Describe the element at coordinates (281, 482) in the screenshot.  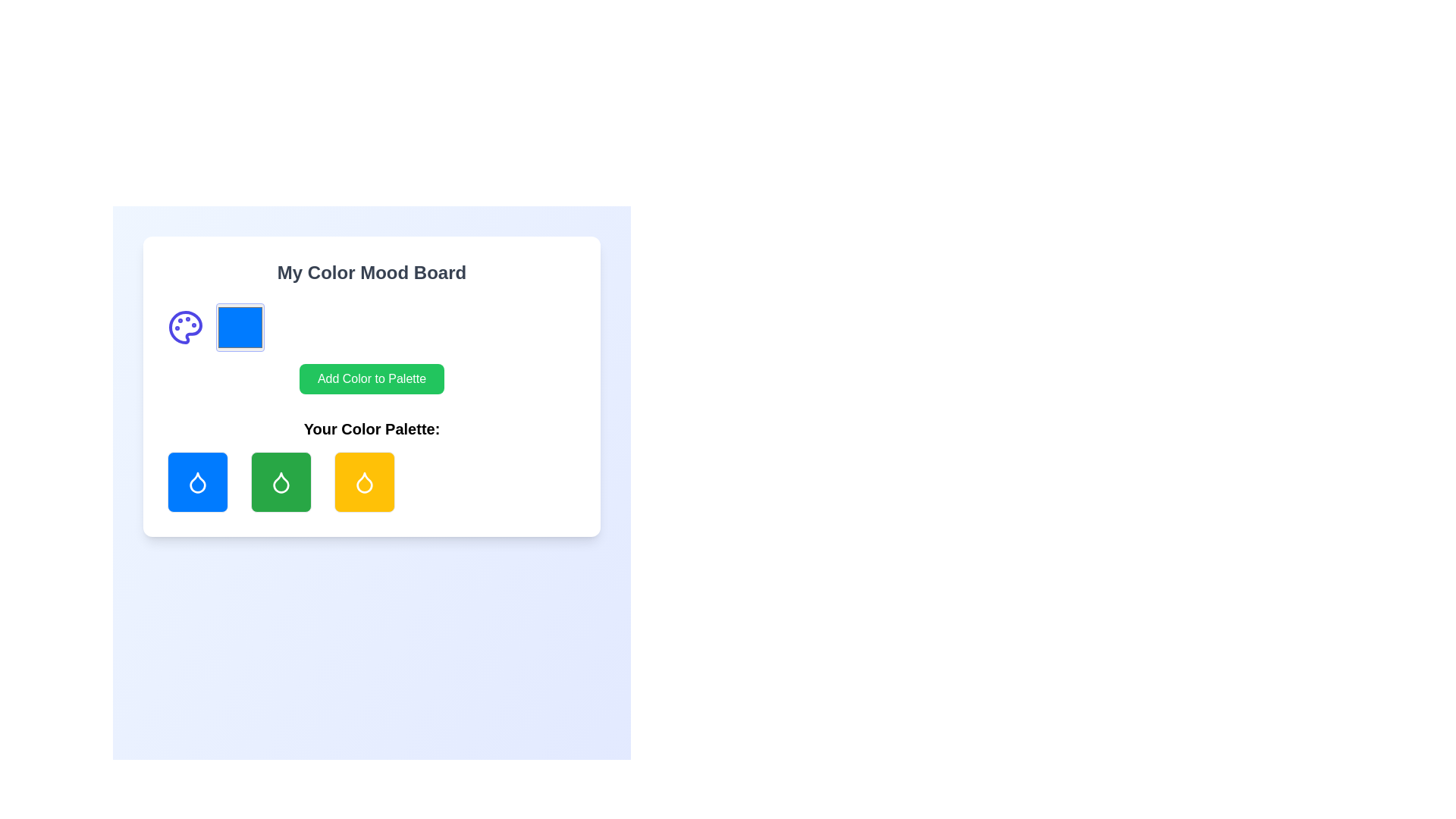
I see `the middle droplet icon with a green background in the color palette section` at that location.